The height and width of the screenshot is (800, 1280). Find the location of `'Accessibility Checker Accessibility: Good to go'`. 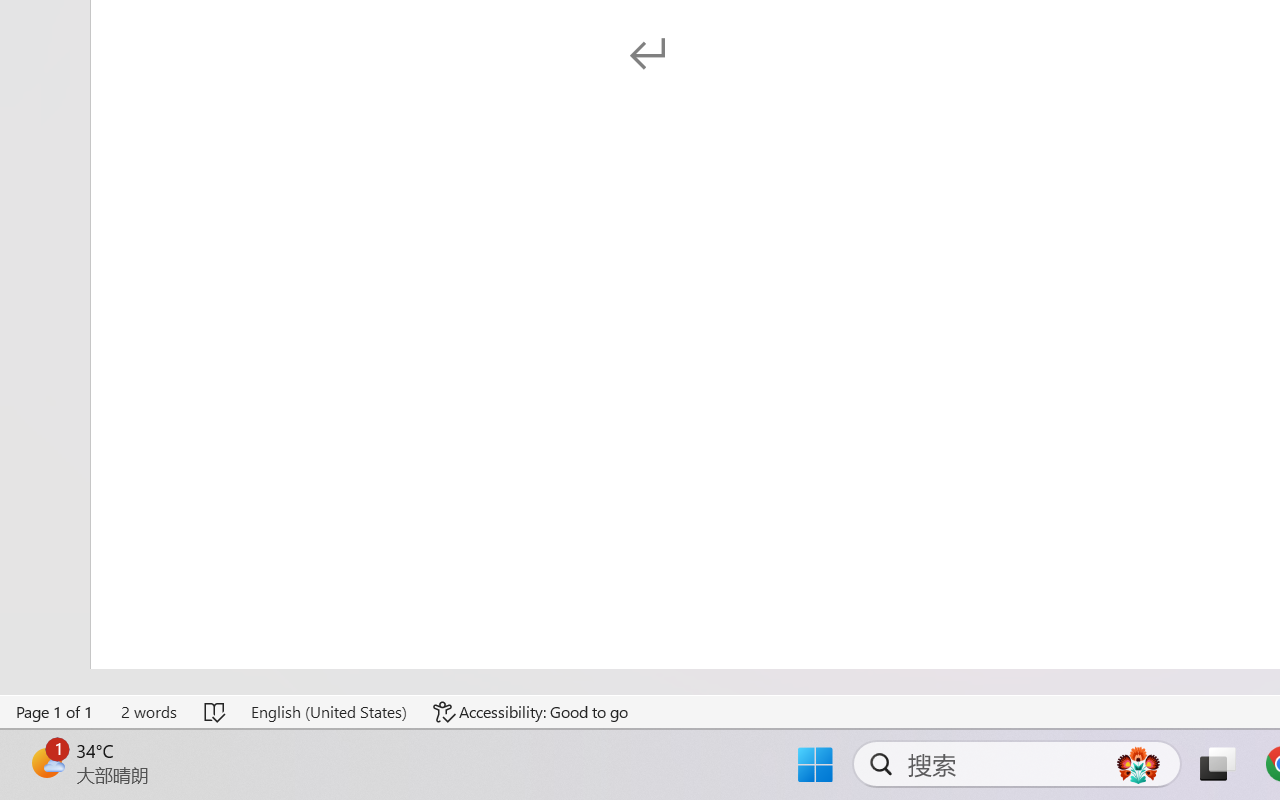

'Accessibility Checker Accessibility: Good to go' is located at coordinates (531, 711).